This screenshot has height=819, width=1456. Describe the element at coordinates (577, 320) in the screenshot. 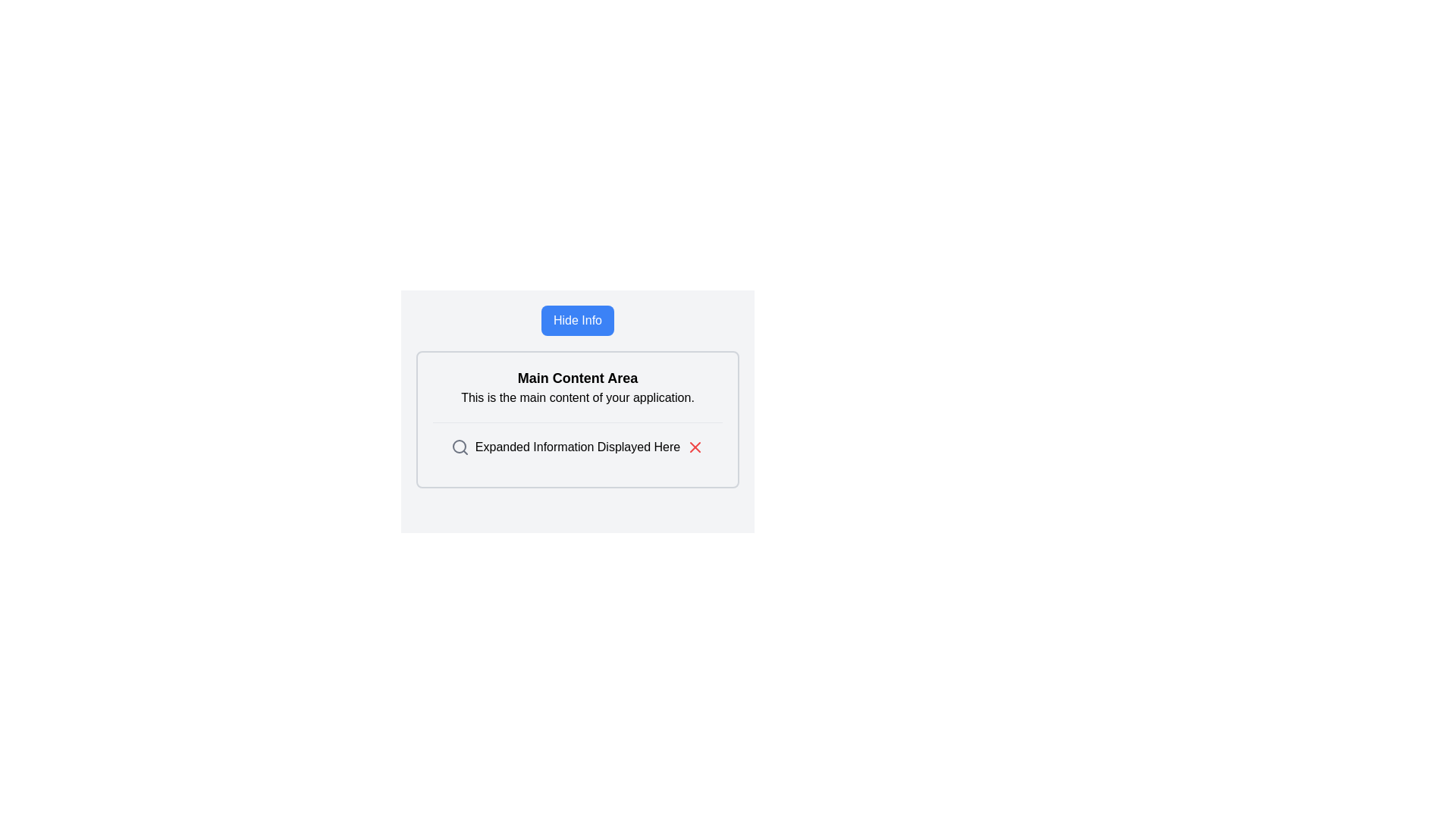

I see `the 'Hide Info' button, which has a blue background and white text, located above the 'Main Content Area'` at that location.